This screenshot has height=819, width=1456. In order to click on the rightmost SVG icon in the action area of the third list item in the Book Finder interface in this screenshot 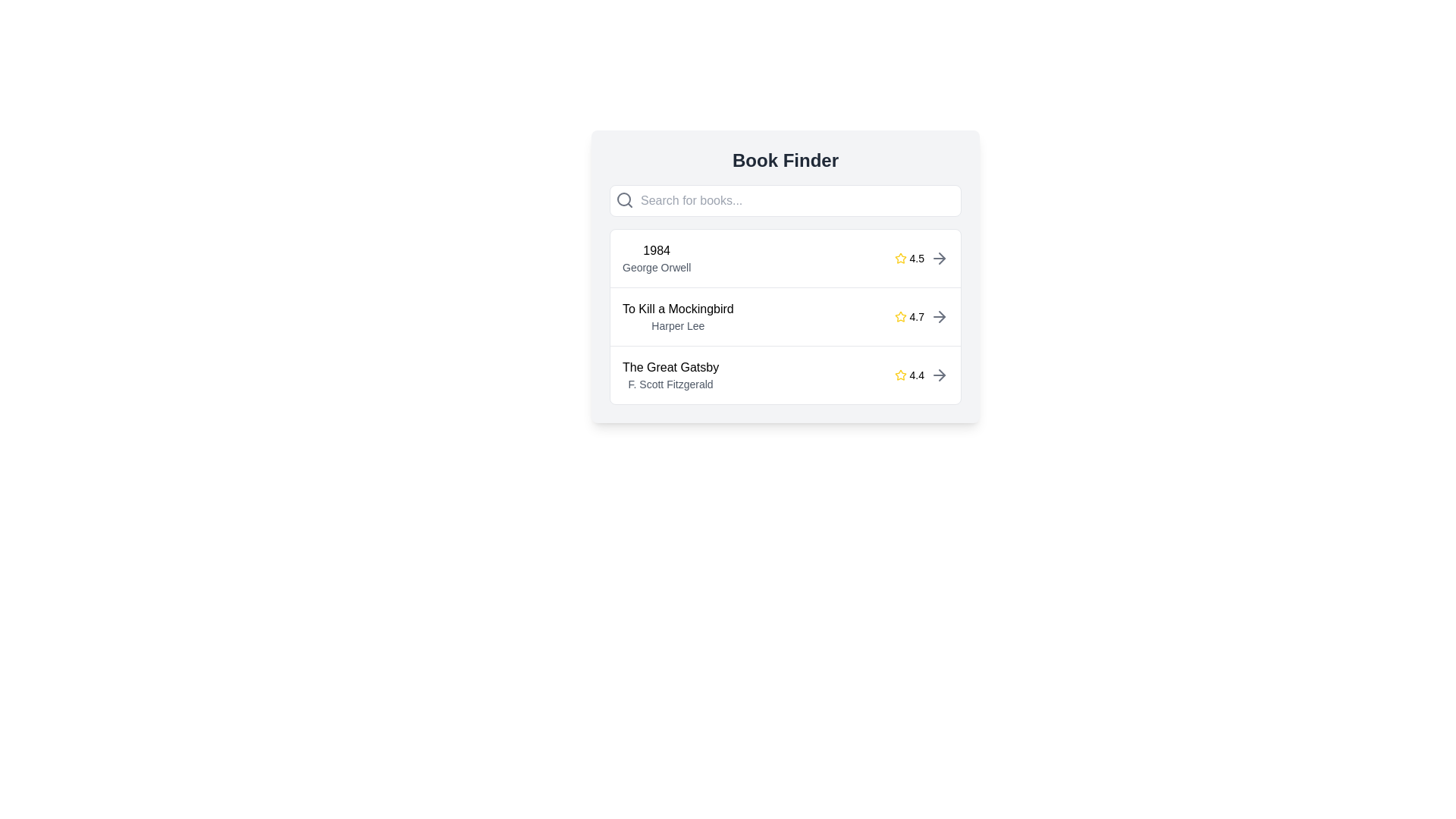, I will do `click(941, 315)`.